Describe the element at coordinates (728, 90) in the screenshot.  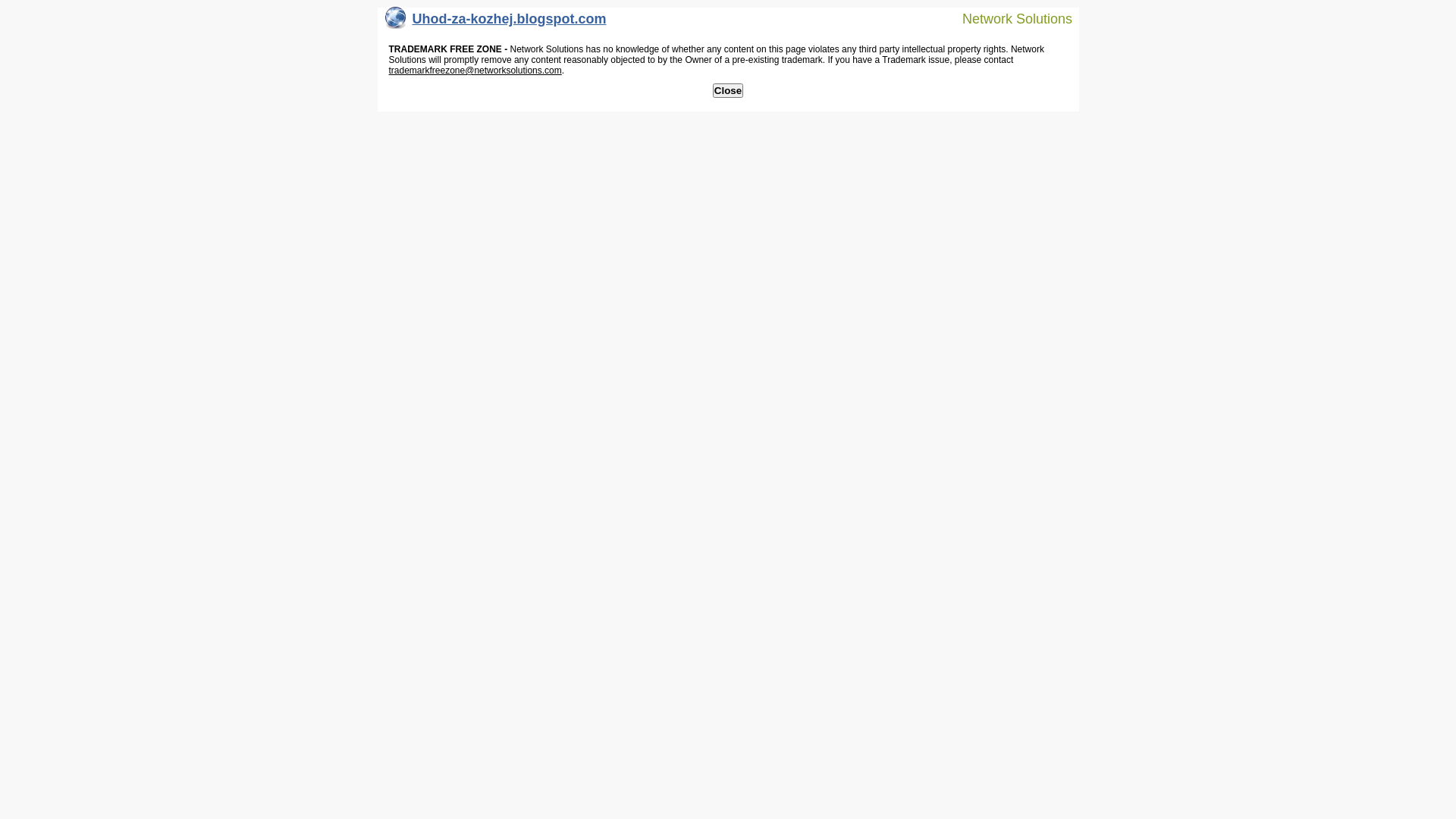
I see `'Close'` at that location.